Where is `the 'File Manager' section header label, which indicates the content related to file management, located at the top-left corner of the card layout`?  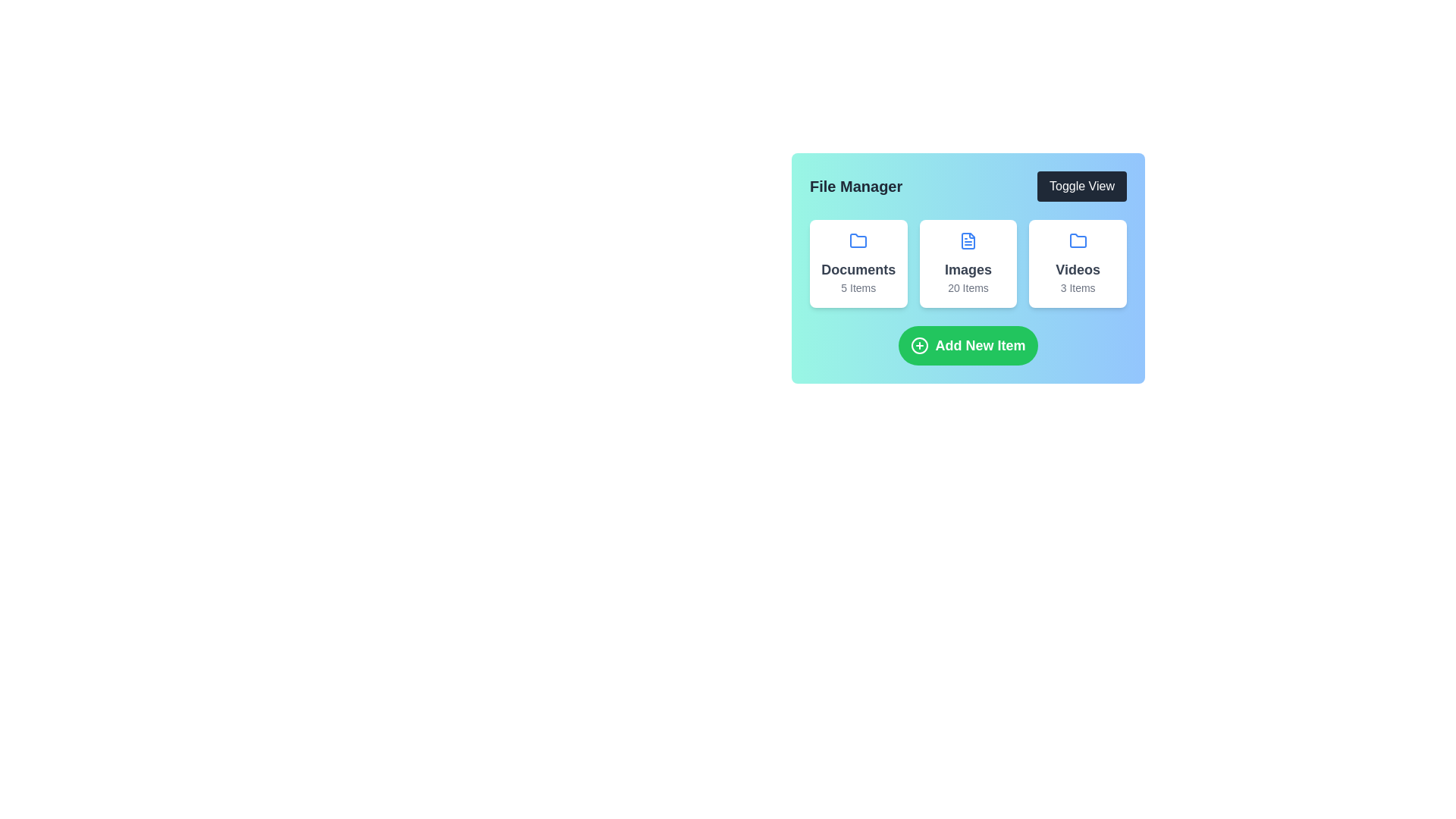 the 'File Manager' section header label, which indicates the content related to file management, located at the top-left corner of the card layout is located at coordinates (856, 186).